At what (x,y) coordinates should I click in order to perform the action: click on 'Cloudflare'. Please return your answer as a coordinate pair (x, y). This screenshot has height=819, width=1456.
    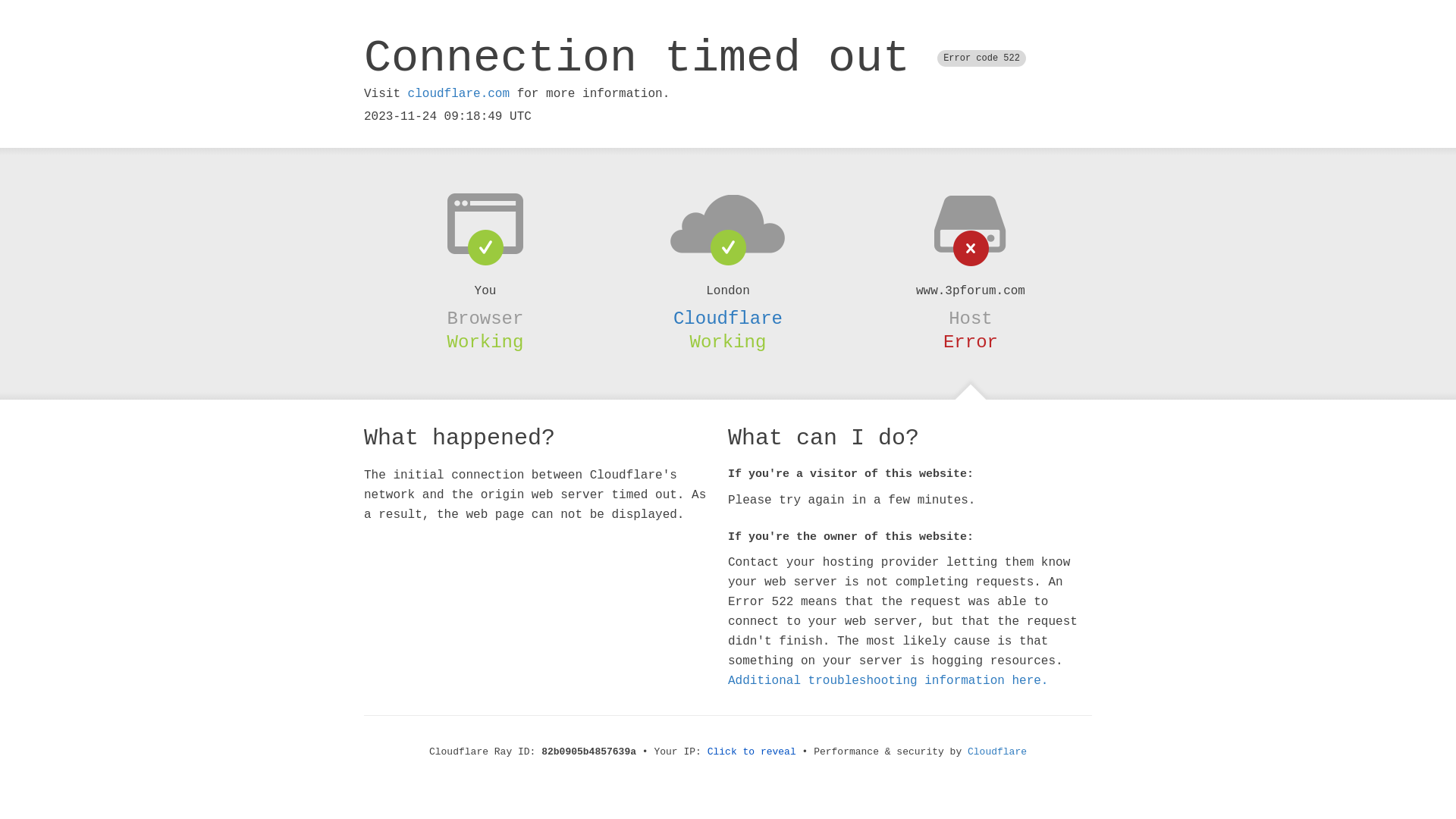
    Looking at the image, I should click on (728, 318).